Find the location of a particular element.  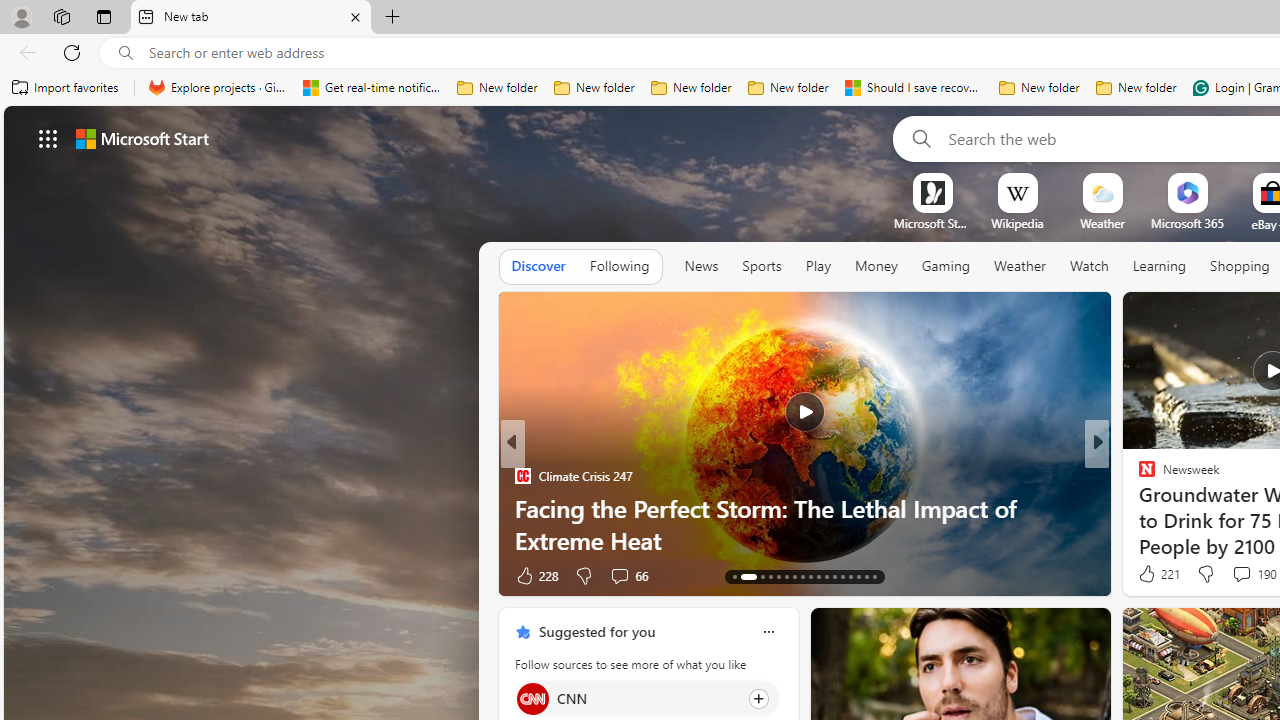

'Import favorites' is located at coordinates (65, 87).